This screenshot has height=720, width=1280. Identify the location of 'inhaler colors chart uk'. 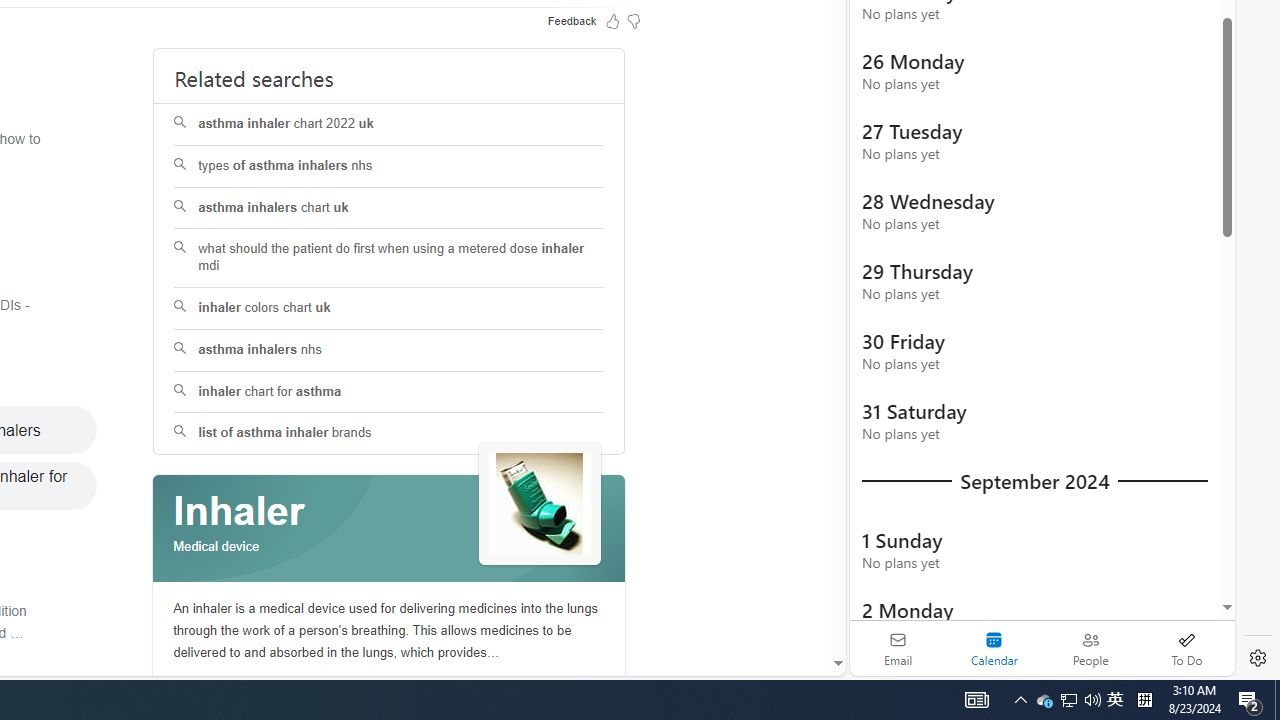
(389, 308).